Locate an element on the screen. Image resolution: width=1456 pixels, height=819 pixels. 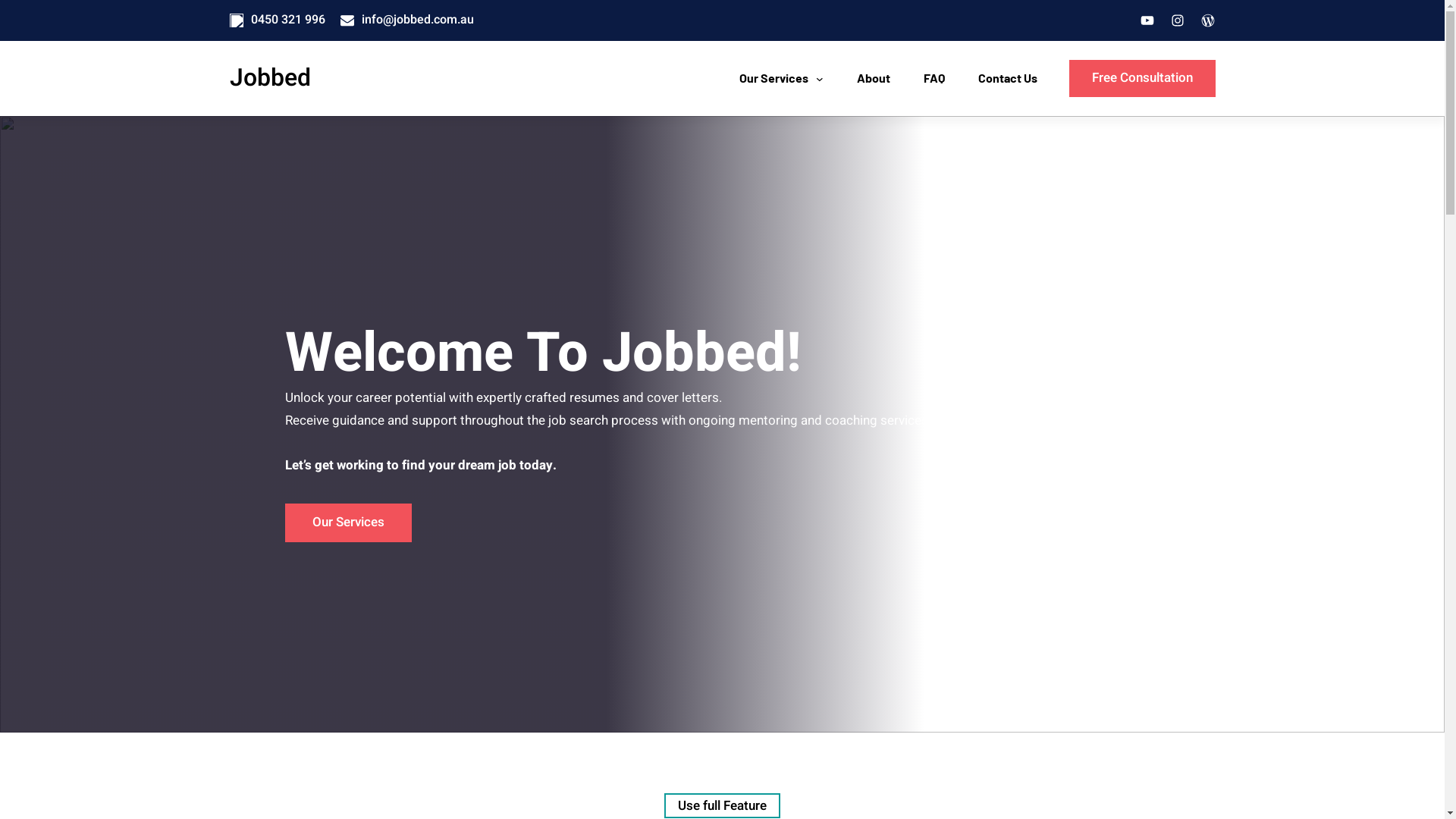
'Jobbed' is located at coordinates (269, 79).